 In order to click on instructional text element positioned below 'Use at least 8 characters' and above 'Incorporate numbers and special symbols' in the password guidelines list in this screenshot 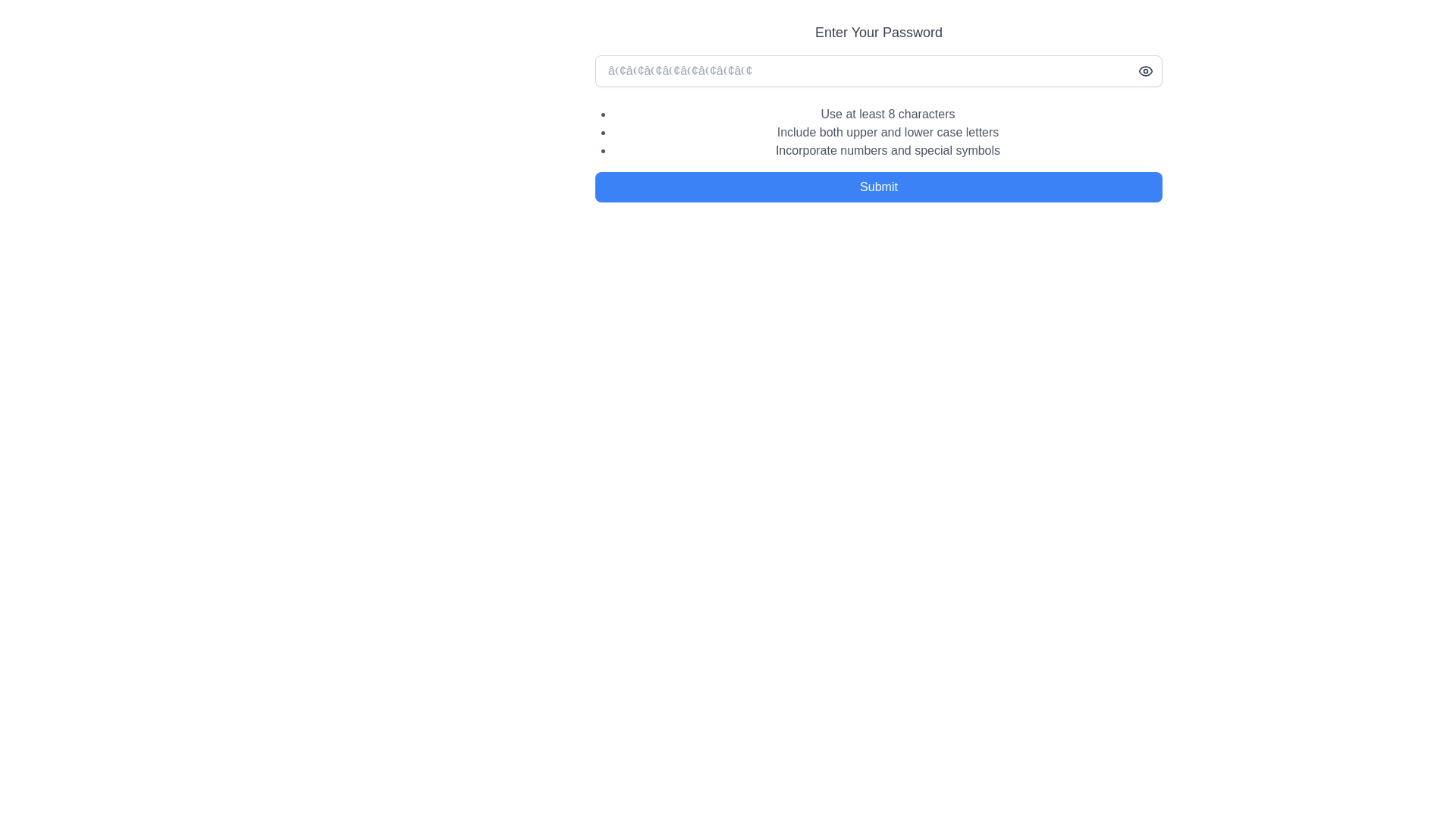, I will do `click(888, 131)`.